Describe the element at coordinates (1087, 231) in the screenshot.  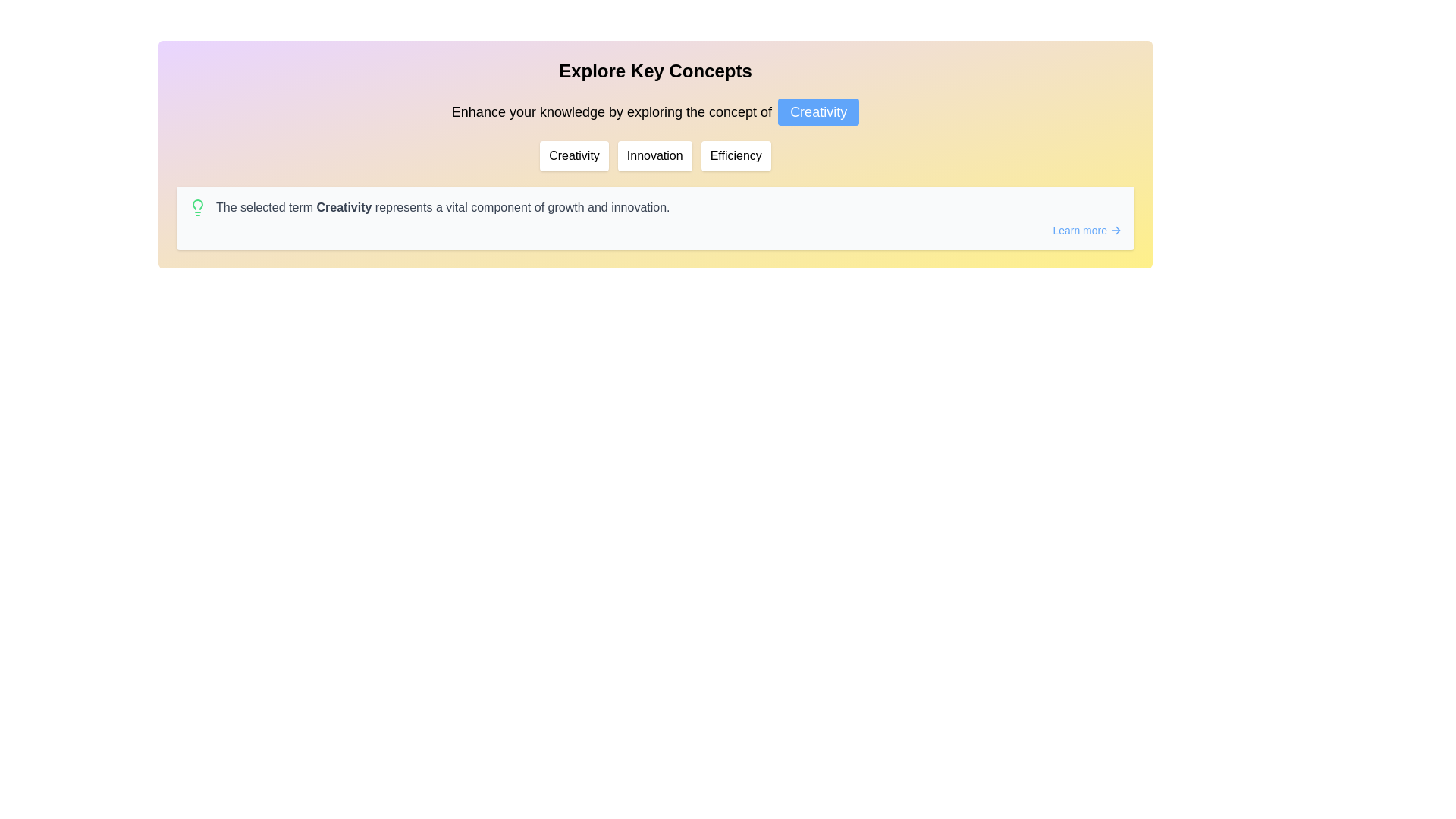
I see `the interactive text link 'Learn more' to visualize potential styling effects` at that location.